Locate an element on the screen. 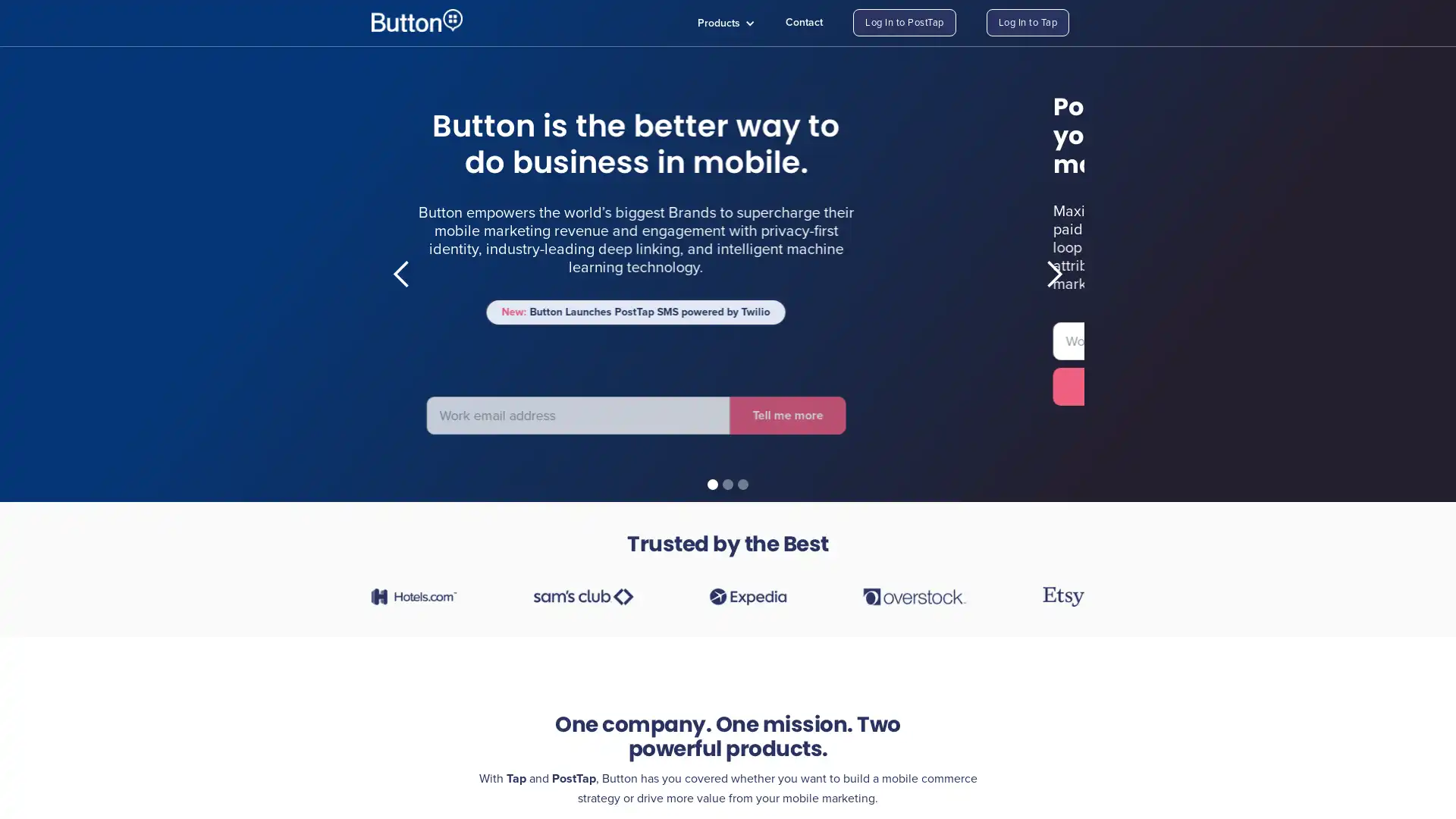 The image size is (1456, 819). Show slide 3 of 3 is located at coordinates (742, 485).